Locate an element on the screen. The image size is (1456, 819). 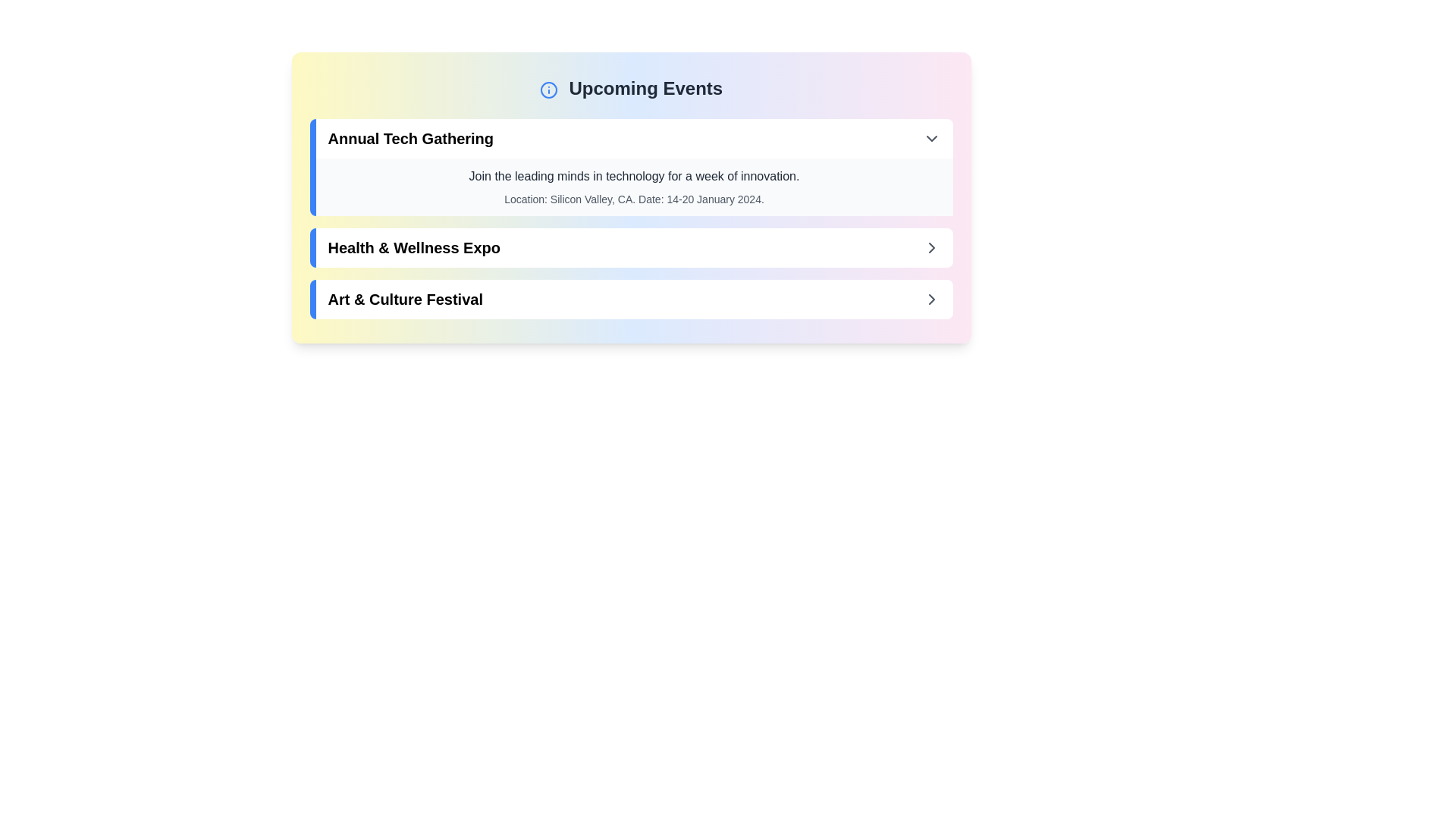
the navigational indicator icon positioned at the rightmost side of the second event card aligned with the 'Health & Wellness Expo' text is located at coordinates (930, 247).